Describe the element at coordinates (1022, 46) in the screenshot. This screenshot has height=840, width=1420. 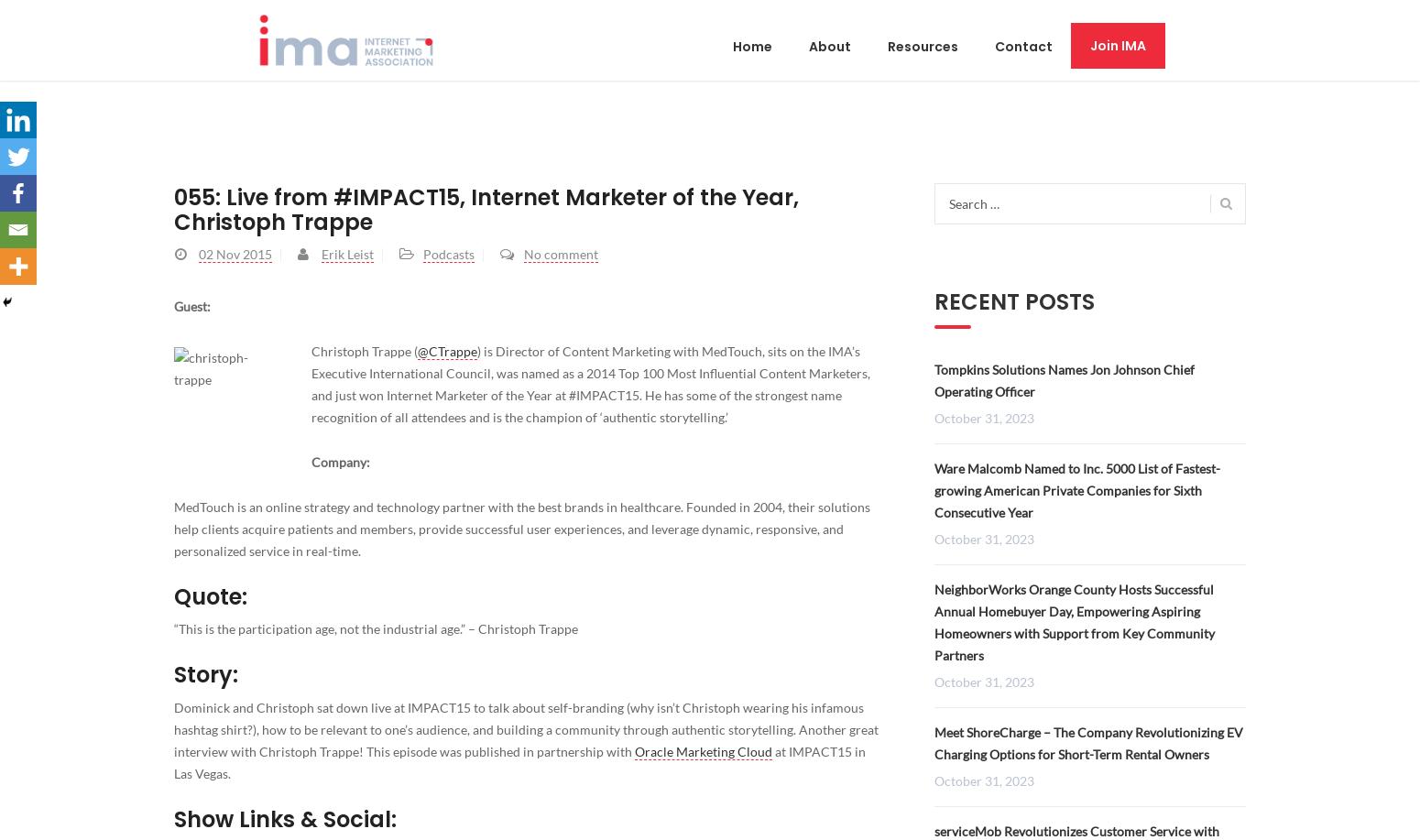
I see `'Contact'` at that location.